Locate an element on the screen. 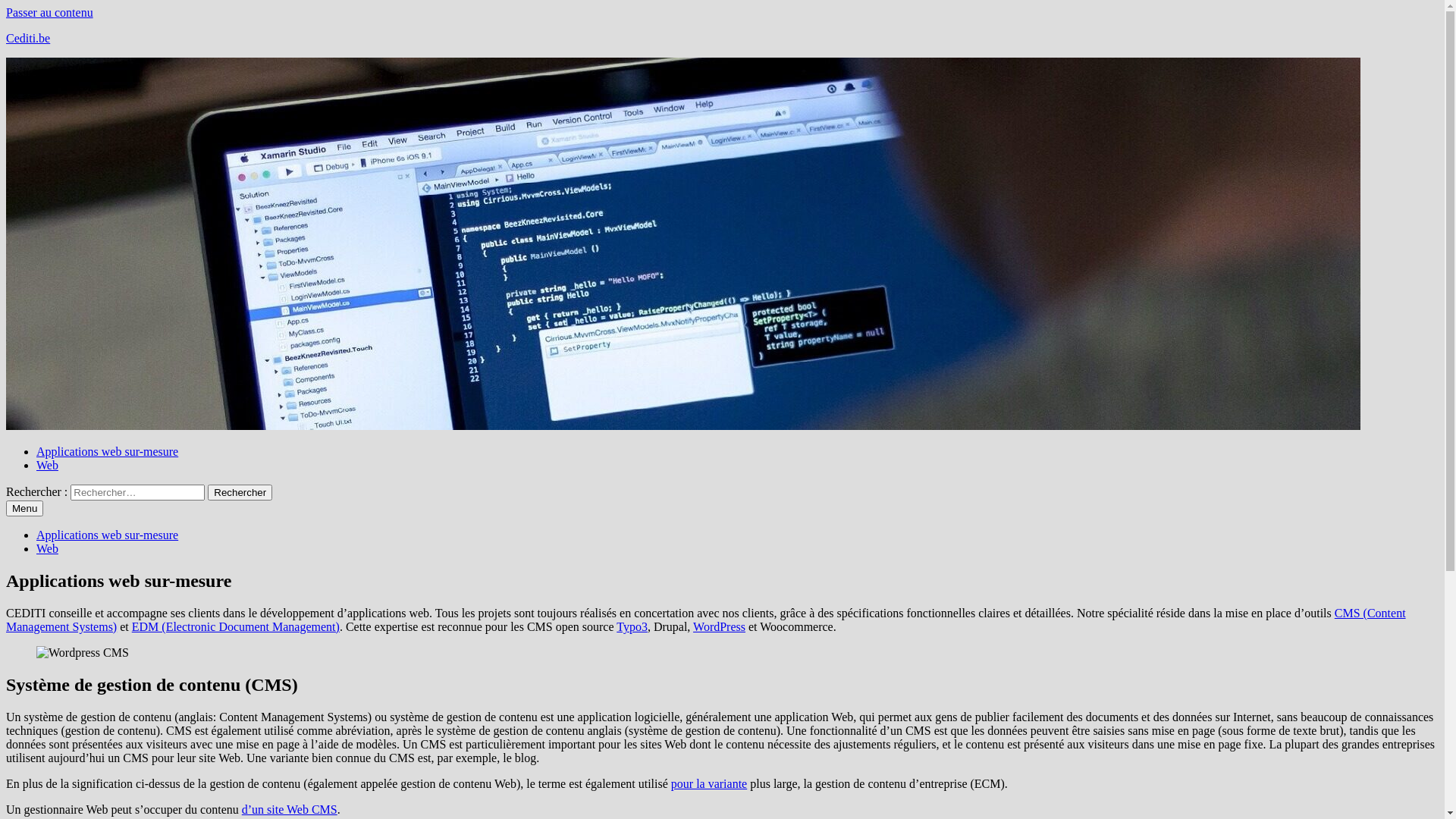 Image resolution: width=1456 pixels, height=819 pixels. 'Cediti.be' is located at coordinates (28, 37).